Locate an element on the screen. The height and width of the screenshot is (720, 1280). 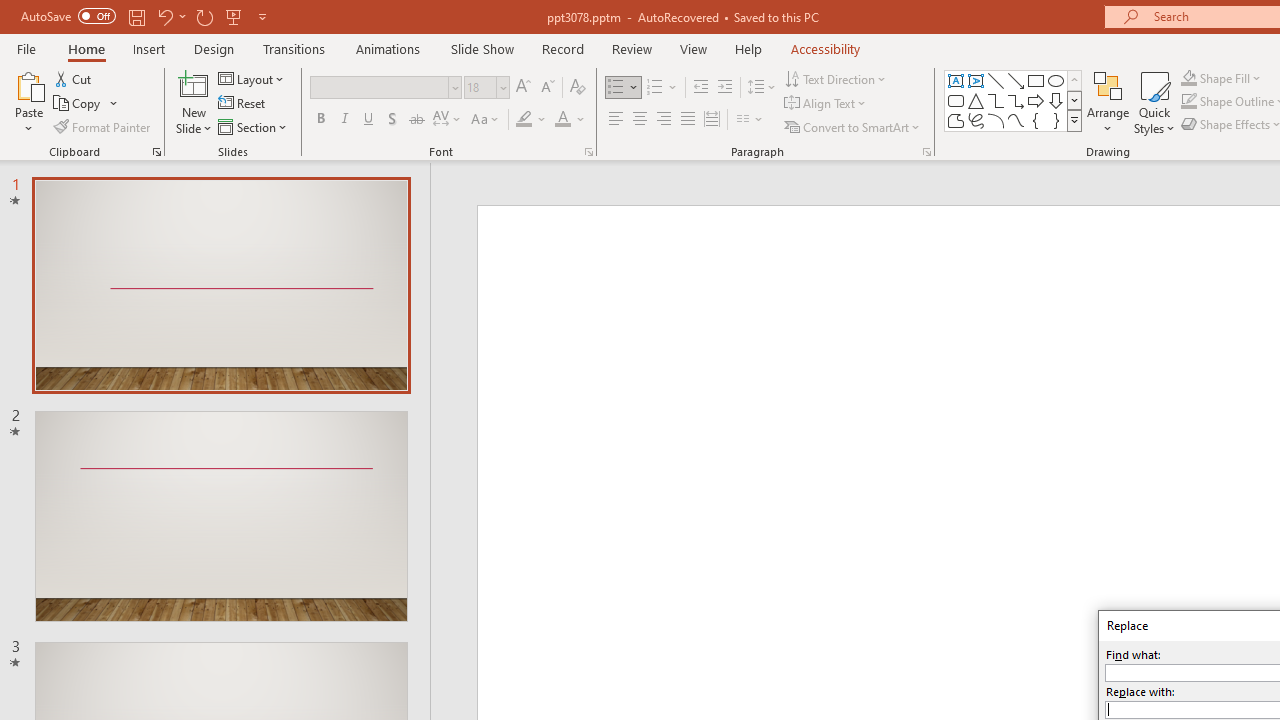
'Connector: Elbow' is located at coordinates (995, 100).